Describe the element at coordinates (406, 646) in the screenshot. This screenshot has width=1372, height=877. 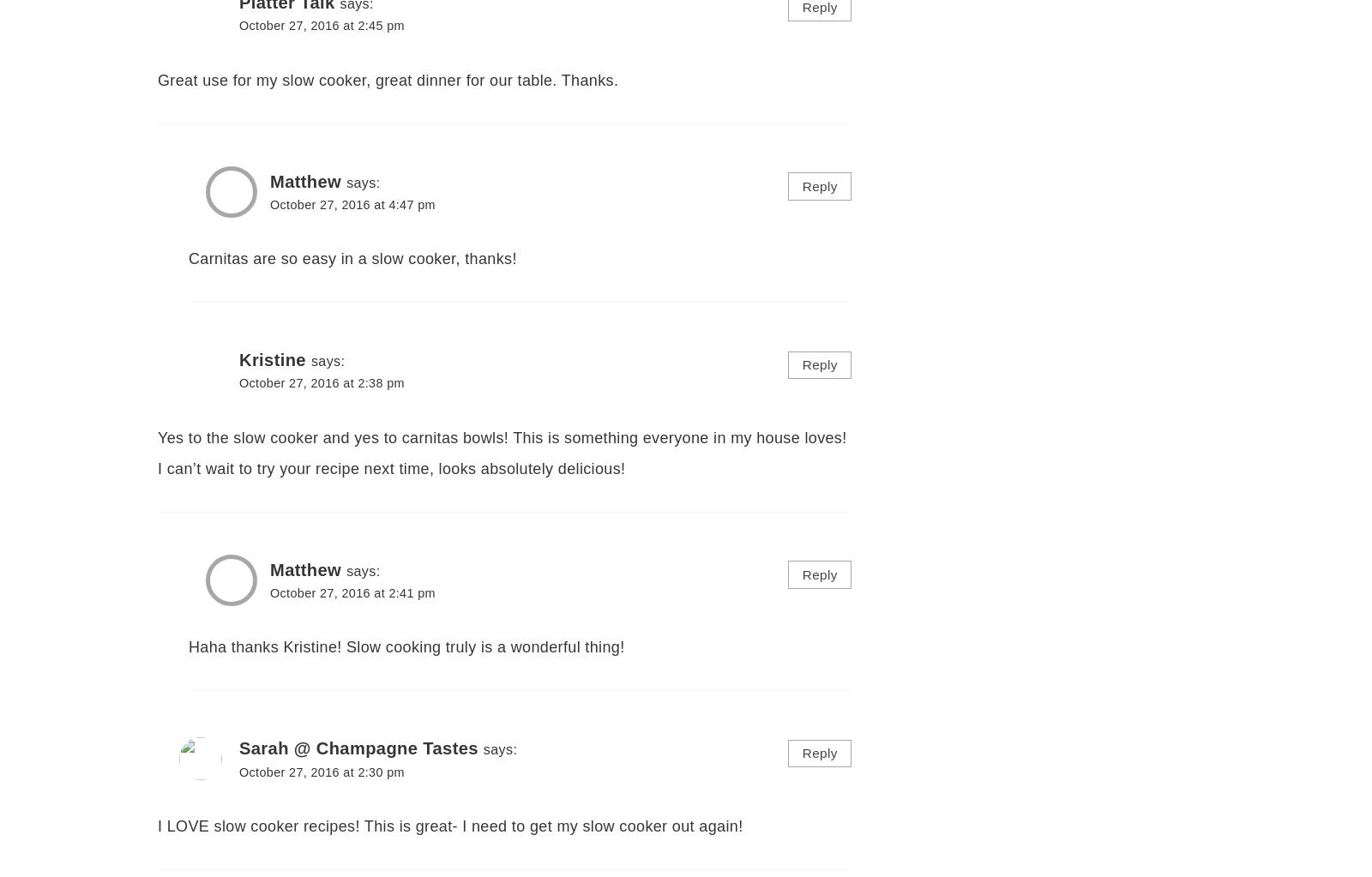
I see `'Haha thanks Kristine! Slow cooking truly is a wonderful thing!'` at that location.